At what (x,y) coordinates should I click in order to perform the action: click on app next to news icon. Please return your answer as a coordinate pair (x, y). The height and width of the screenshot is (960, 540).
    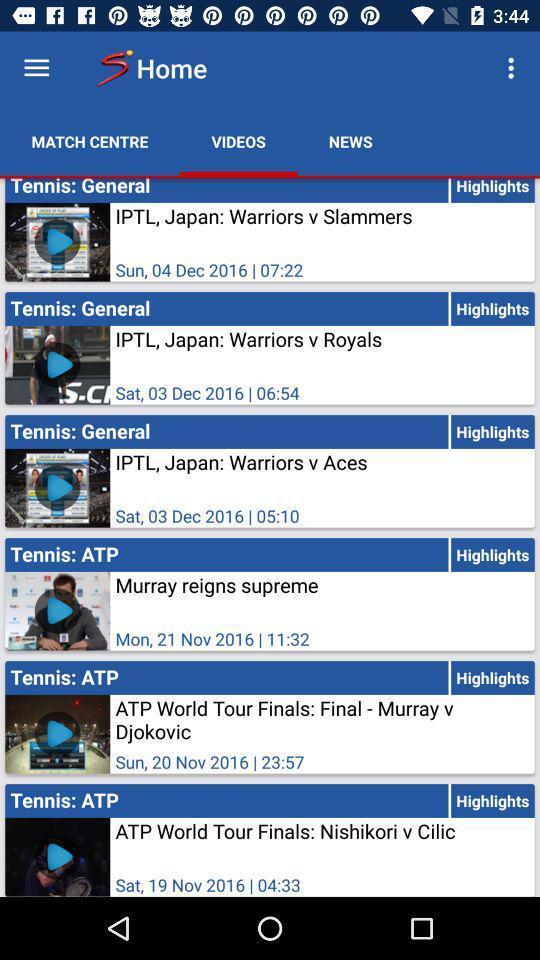
    Looking at the image, I should click on (238, 140).